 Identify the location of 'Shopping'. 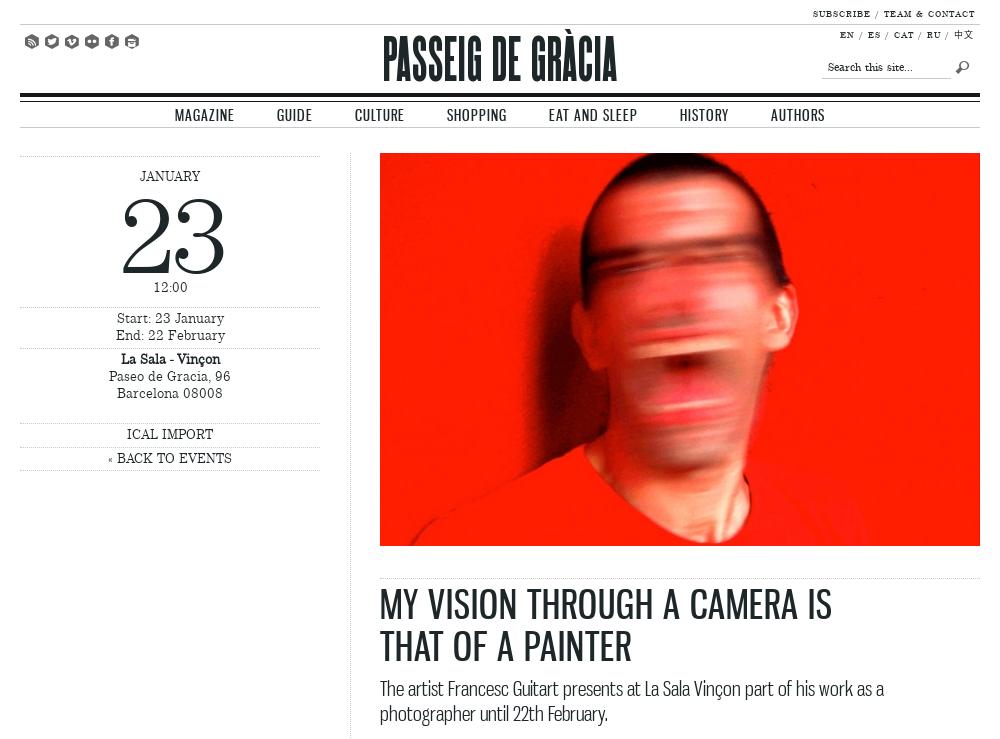
(476, 114).